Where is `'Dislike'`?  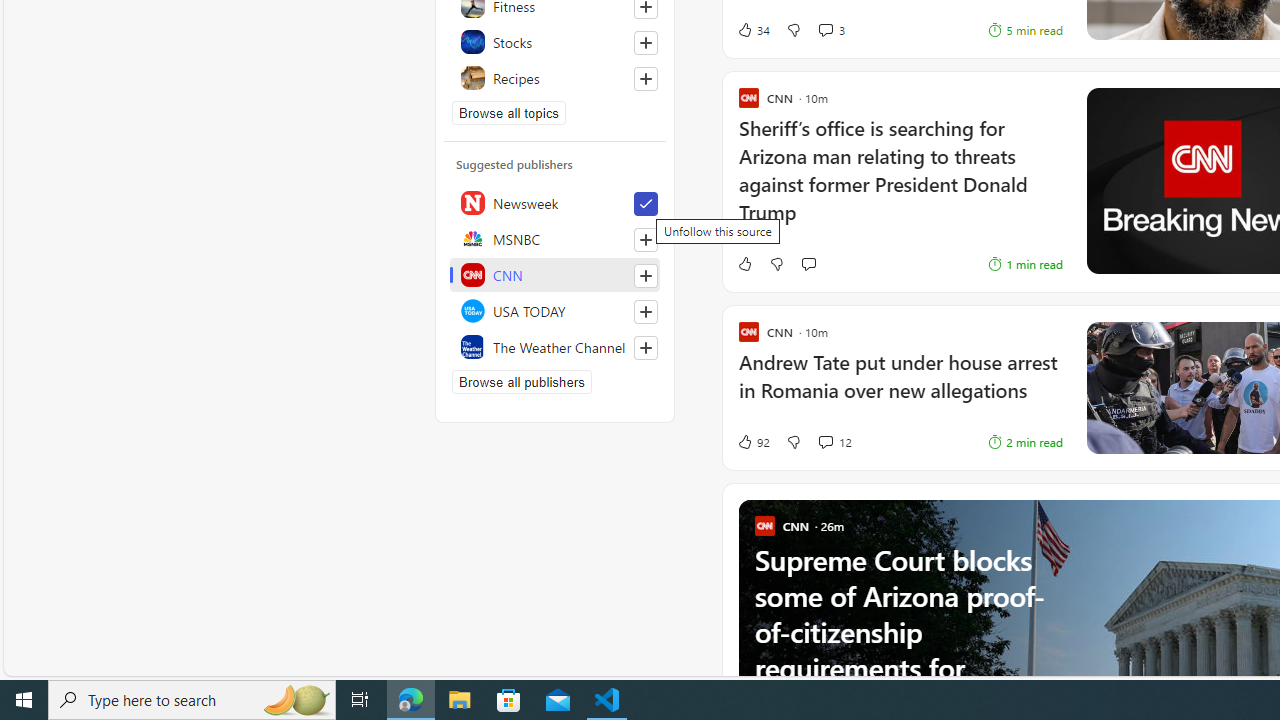
'Dislike' is located at coordinates (792, 441).